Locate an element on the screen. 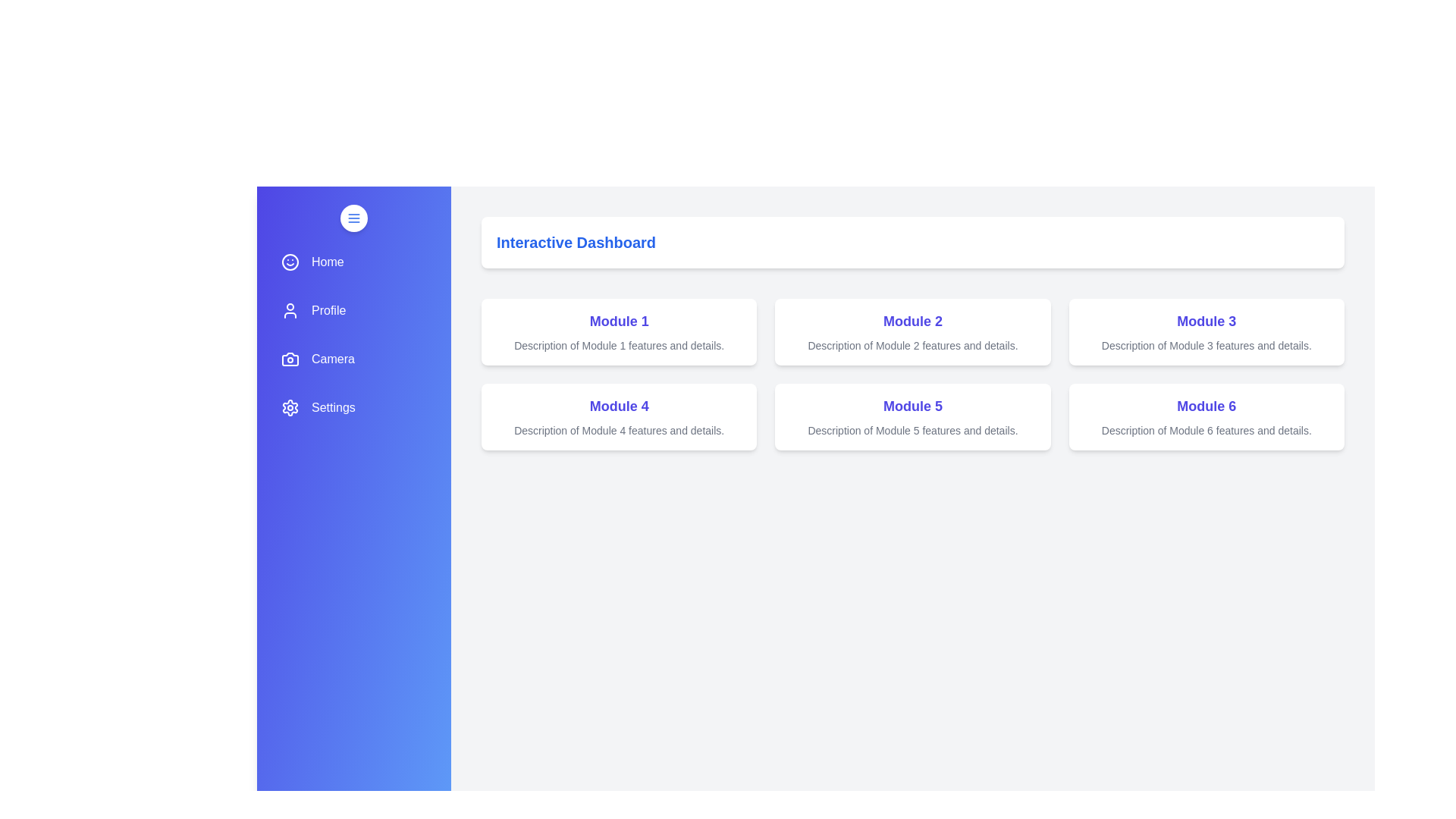 The width and height of the screenshot is (1456, 819). the Informational card for Module 6, which is located in the second row of the grid structure, adjacent to Module 5 is located at coordinates (1206, 417).